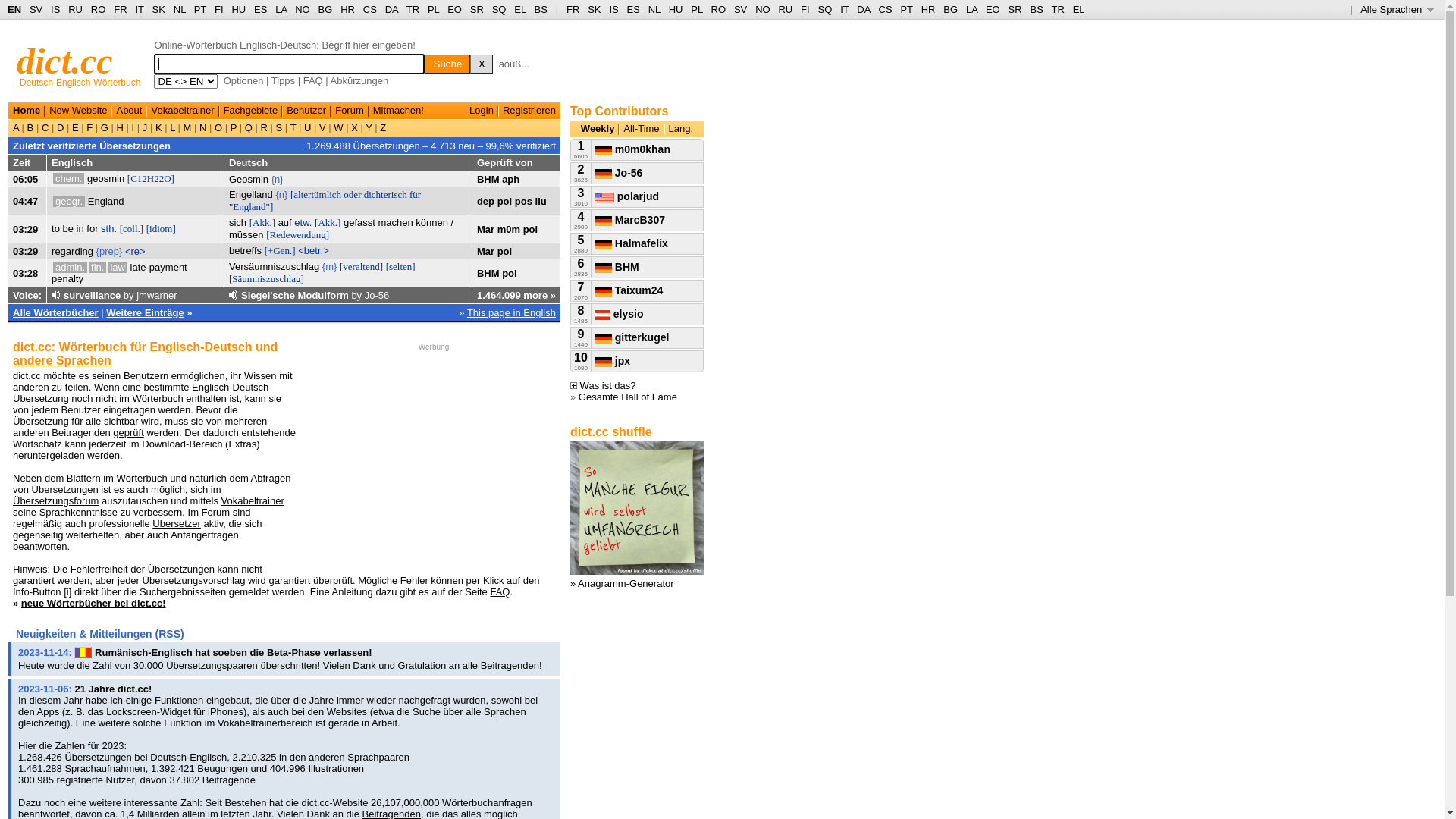 This screenshot has height=819, width=1456. I want to click on 'NO', so click(763, 9).